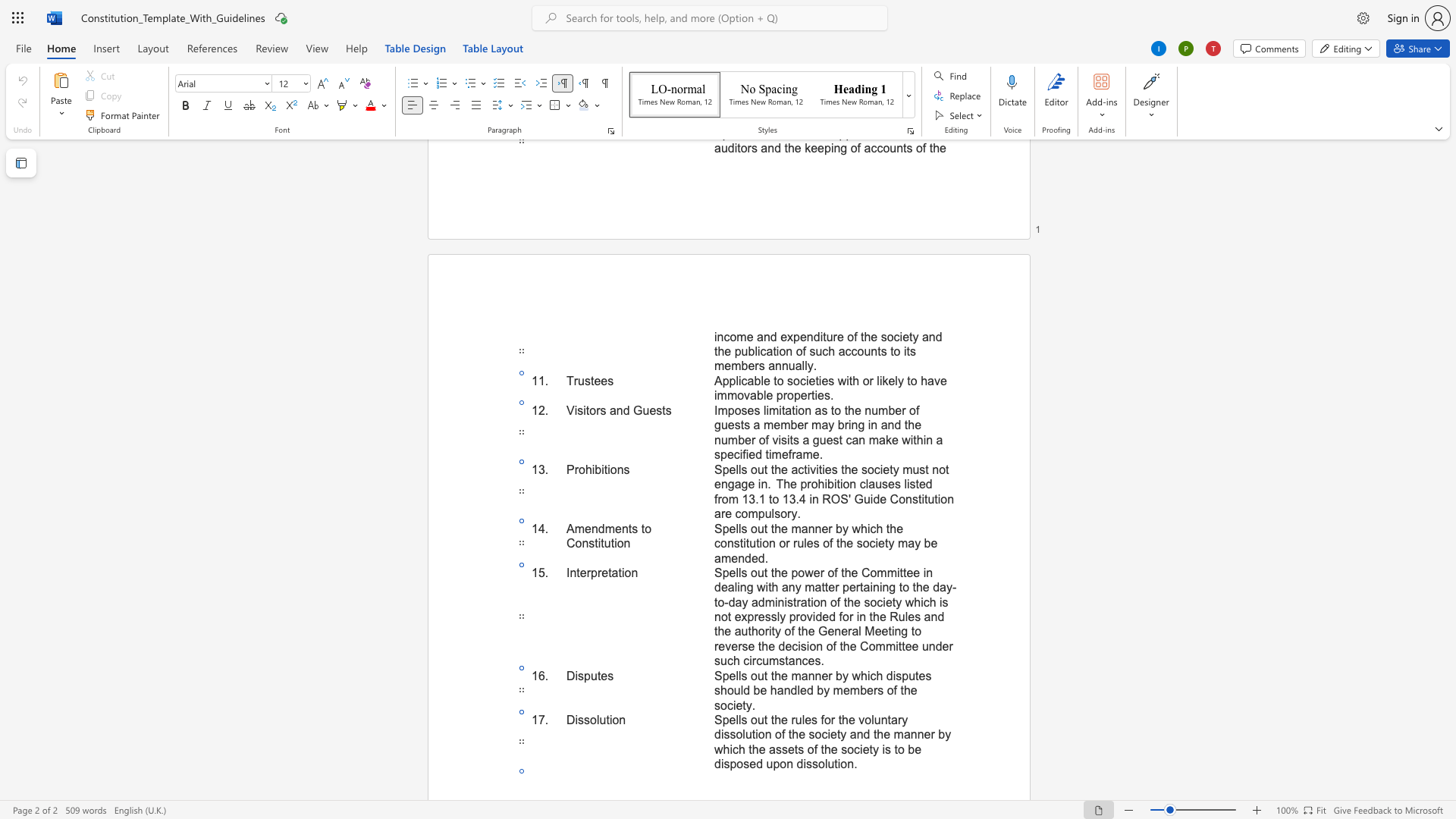 Image resolution: width=1456 pixels, height=819 pixels. What do you see at coordinates (766, 719) in the screenshot?
I see `the 1th character "t" in the text` at bounding box center [766, 719].